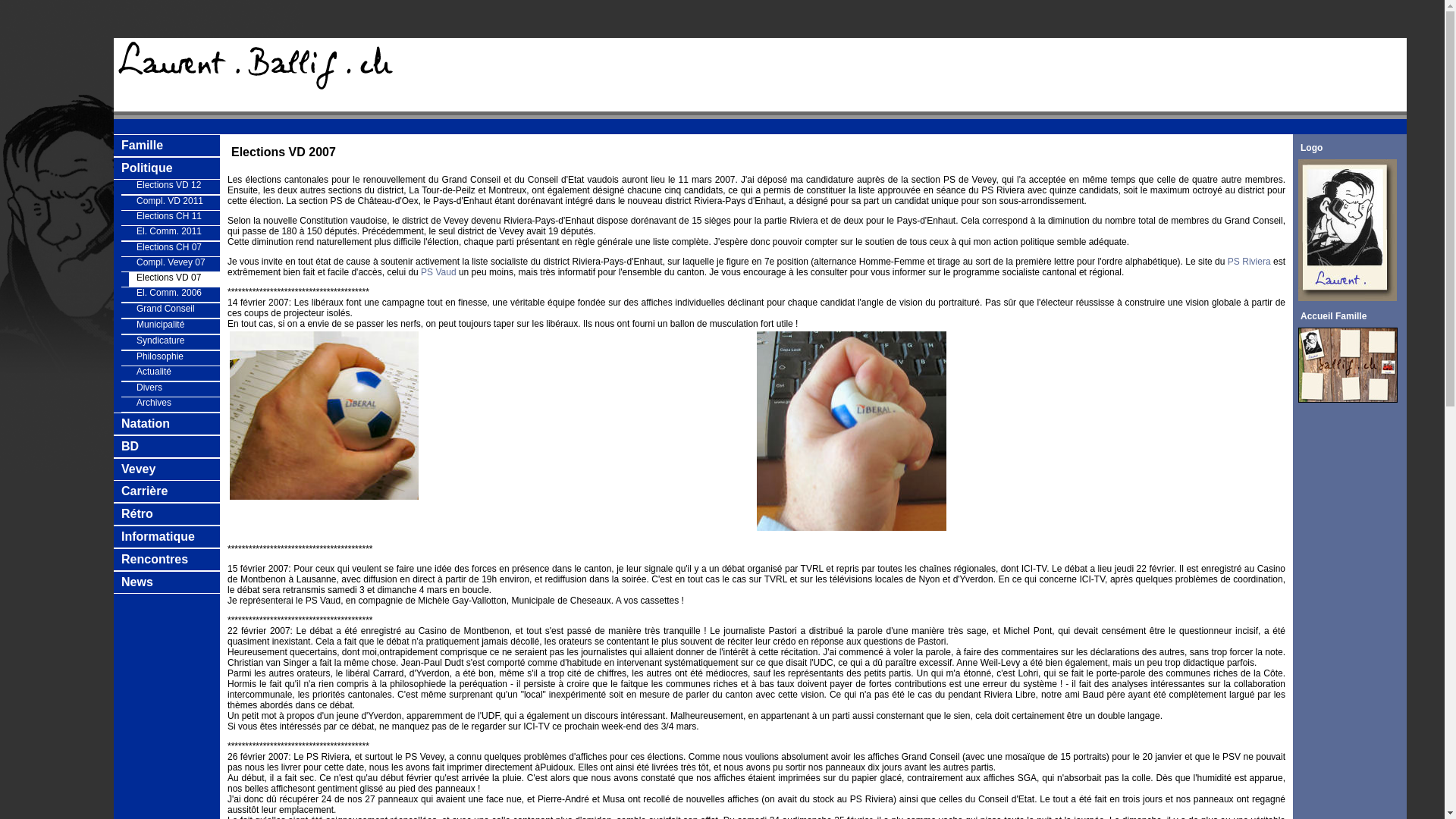 The height and width of the screenshot is (819, 1456). Describe the element at coordinates (174, 279) in the screenshot. I see `'Elections VD 07'` at that location.